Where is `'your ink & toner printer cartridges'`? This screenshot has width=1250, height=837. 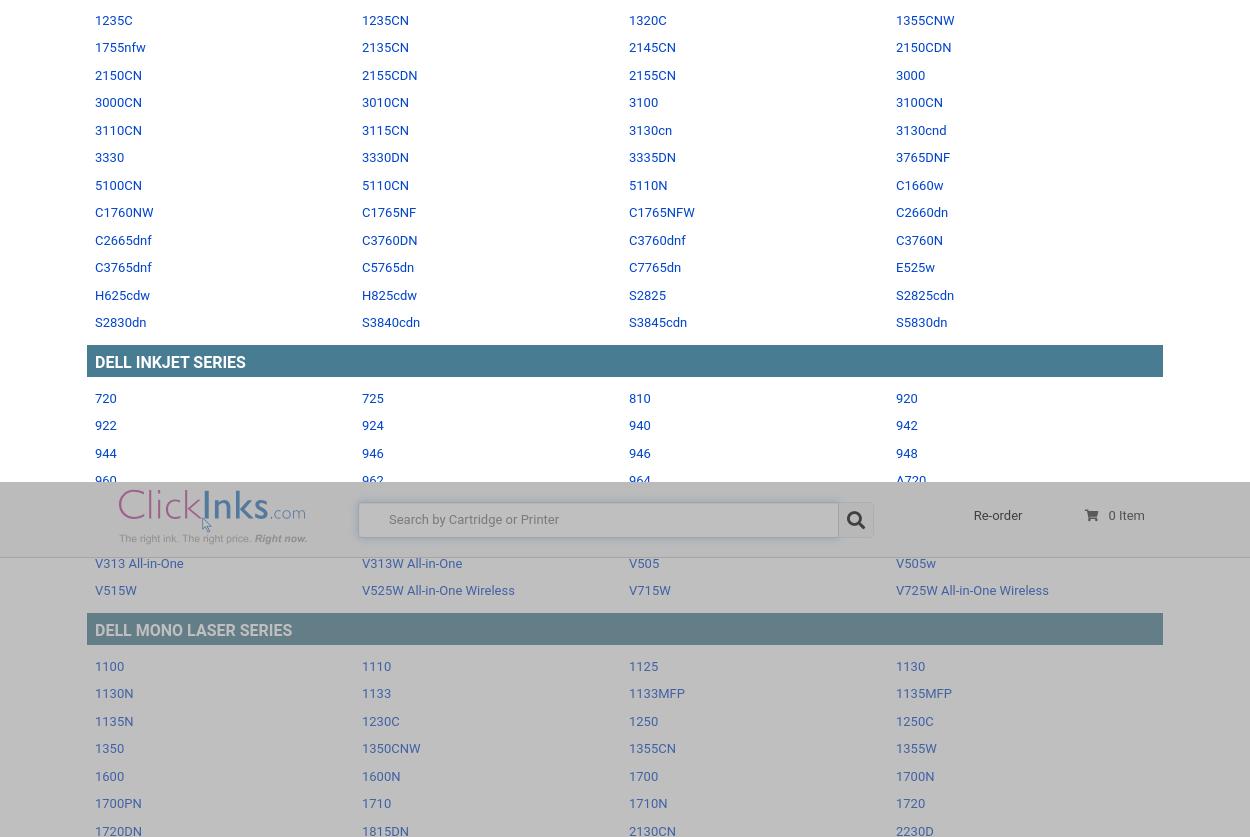
'your ink & toner printer cartridges' is located at coordinates (812, 166).